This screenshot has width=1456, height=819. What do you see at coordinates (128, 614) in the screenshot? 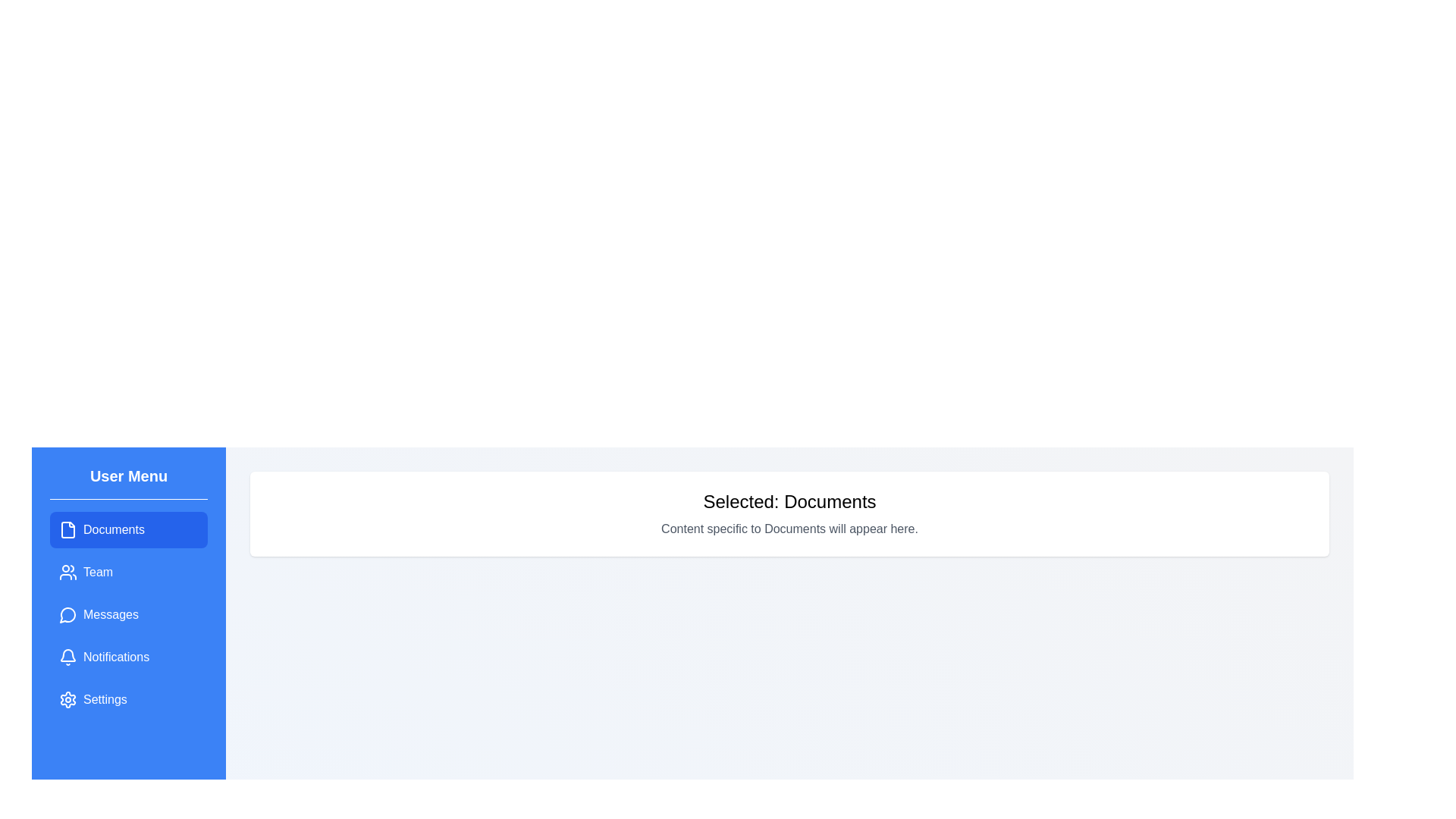
I see `the menu item Messages to change the displayed content` at bounding box center [128, 614].